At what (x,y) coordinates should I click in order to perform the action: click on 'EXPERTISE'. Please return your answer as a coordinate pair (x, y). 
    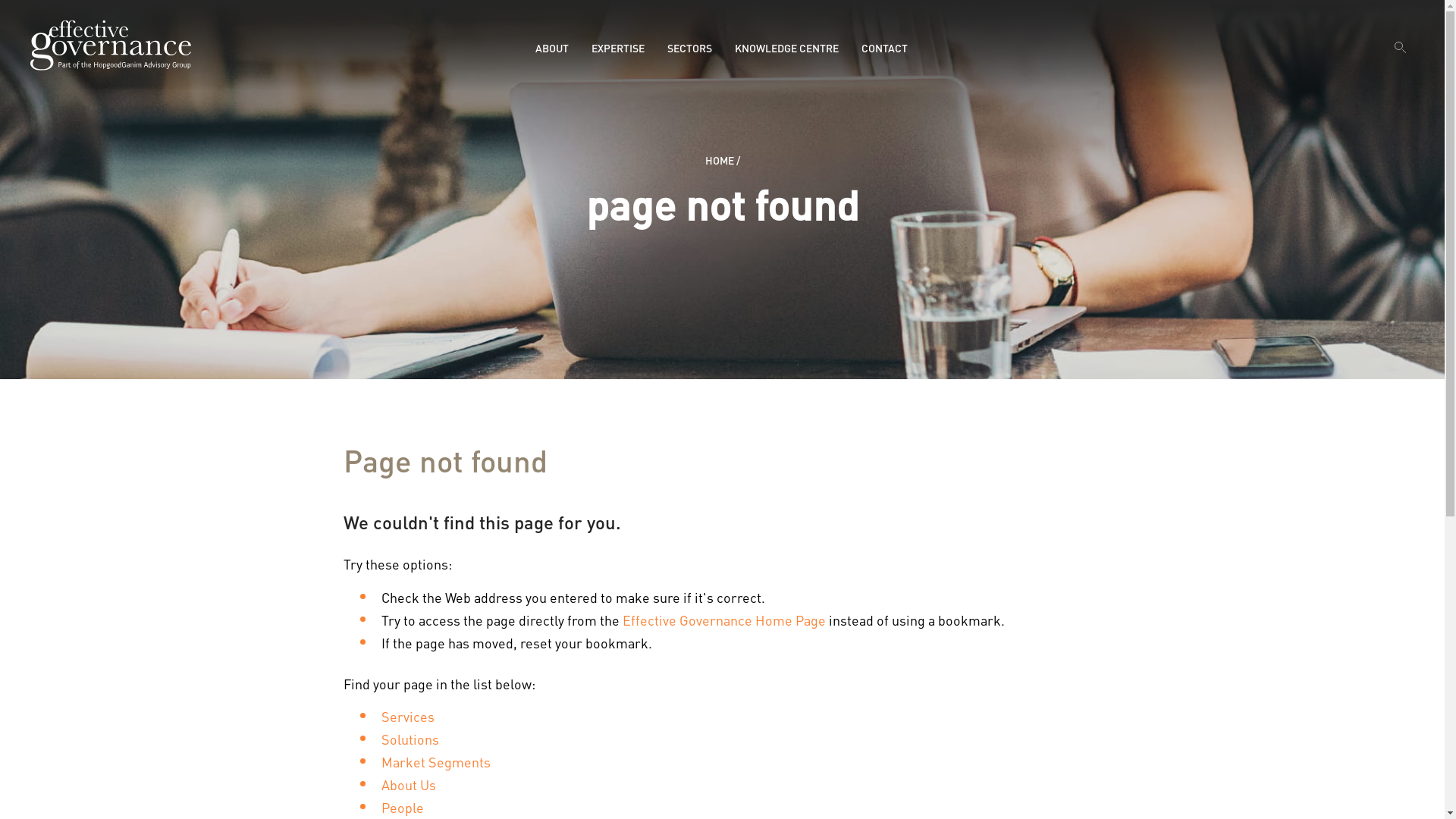
    Looking at the image, I should click on (590, 46).